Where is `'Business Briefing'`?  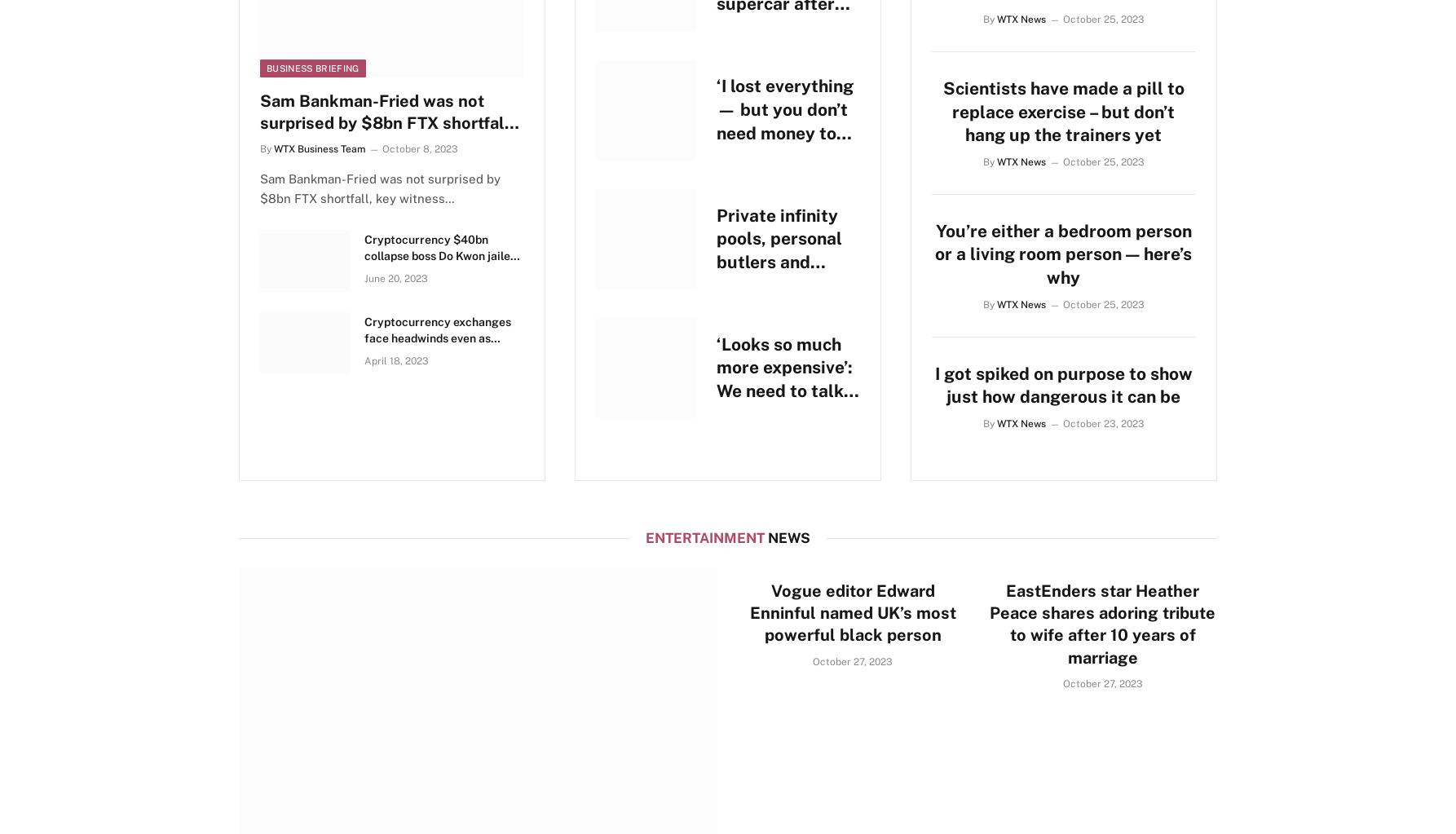
'Business Briefing' is located at coordinates (267, 67).